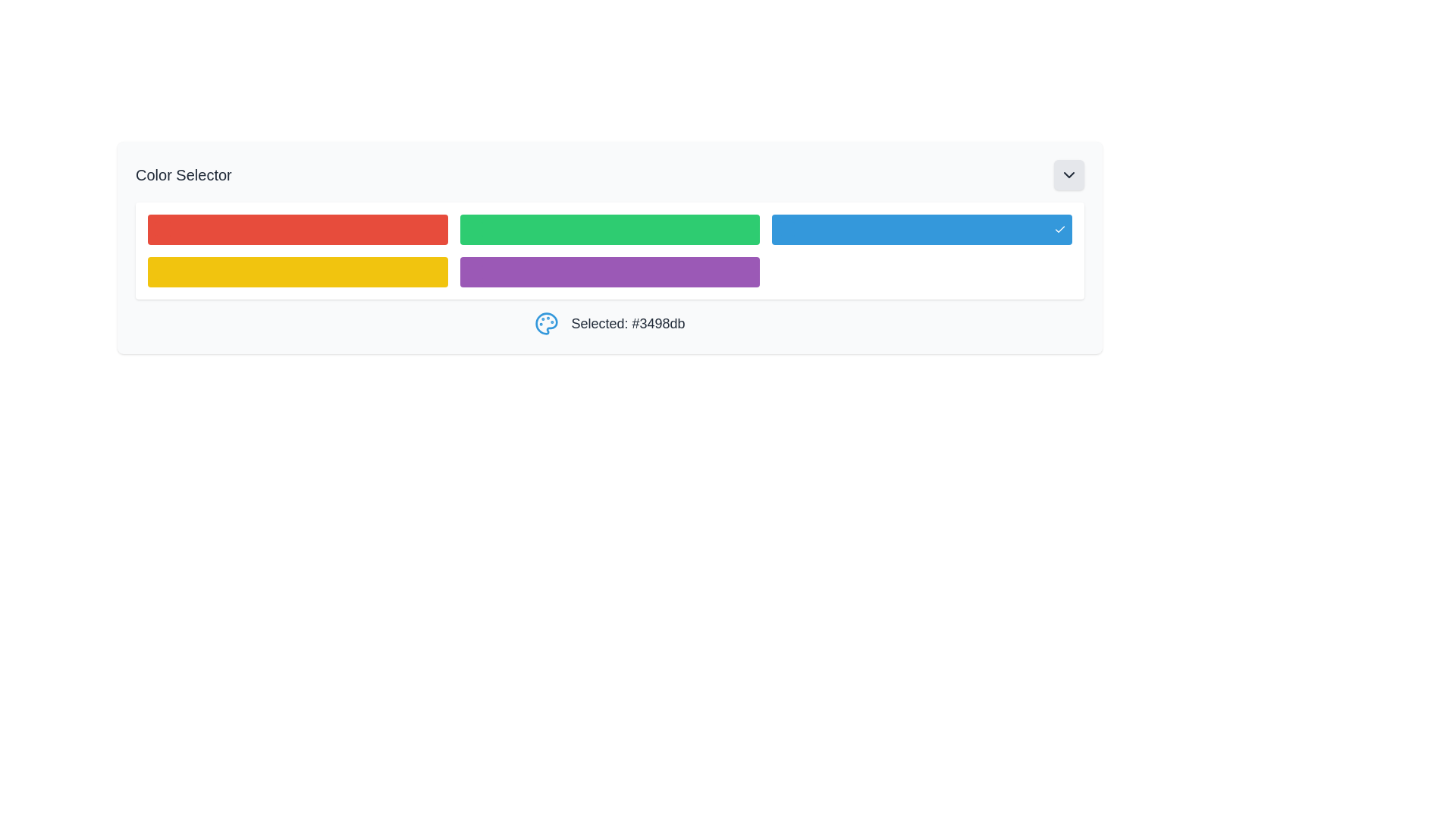  What do you see at coordinates (787, 230) in the screenshot?
I see `the visual indicator representing the selected state within the blue button located at the far-right of the color option row` at bounding box center [787, 230].